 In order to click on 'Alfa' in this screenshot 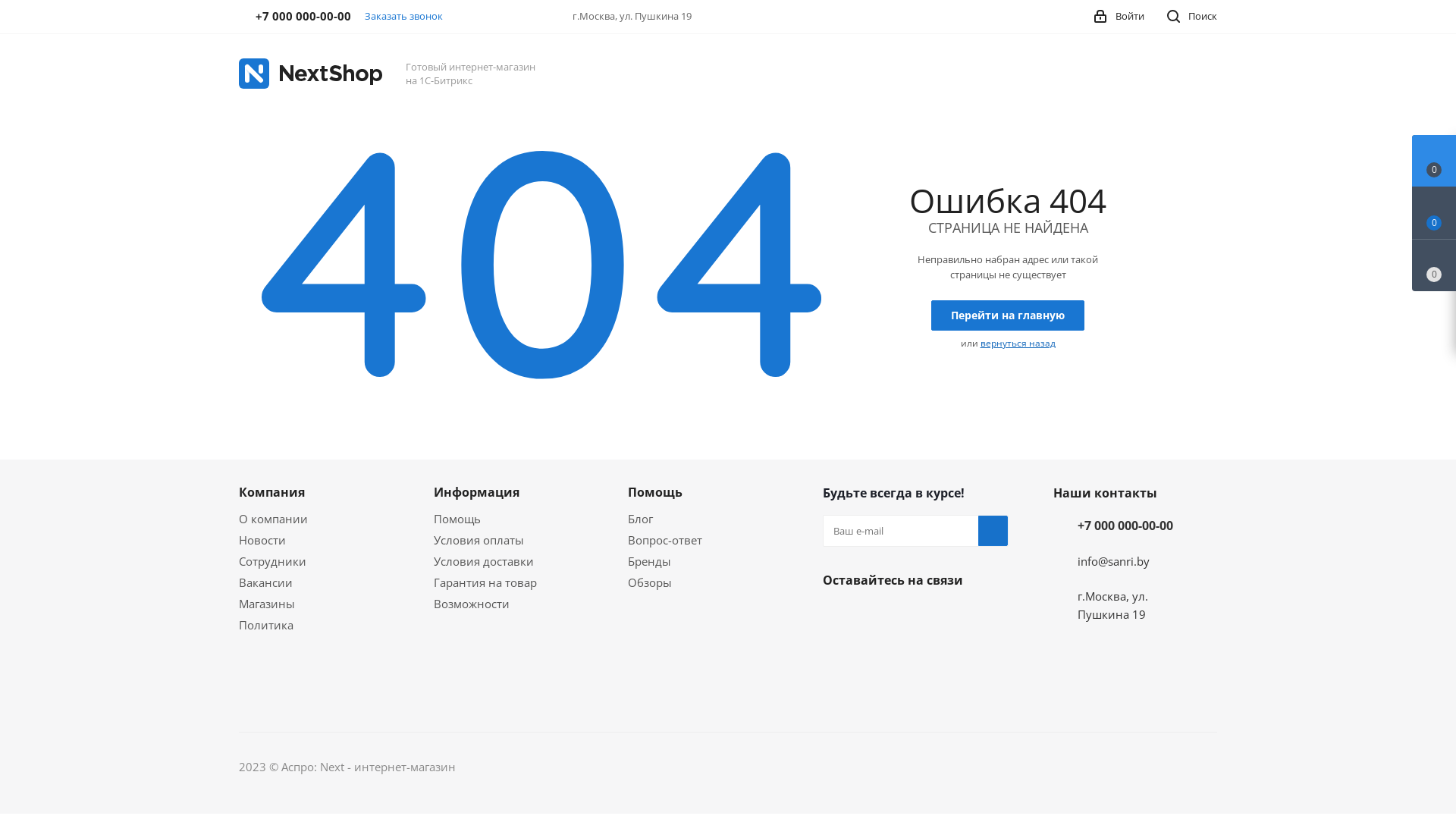, I will do `click(1203, 767)`.